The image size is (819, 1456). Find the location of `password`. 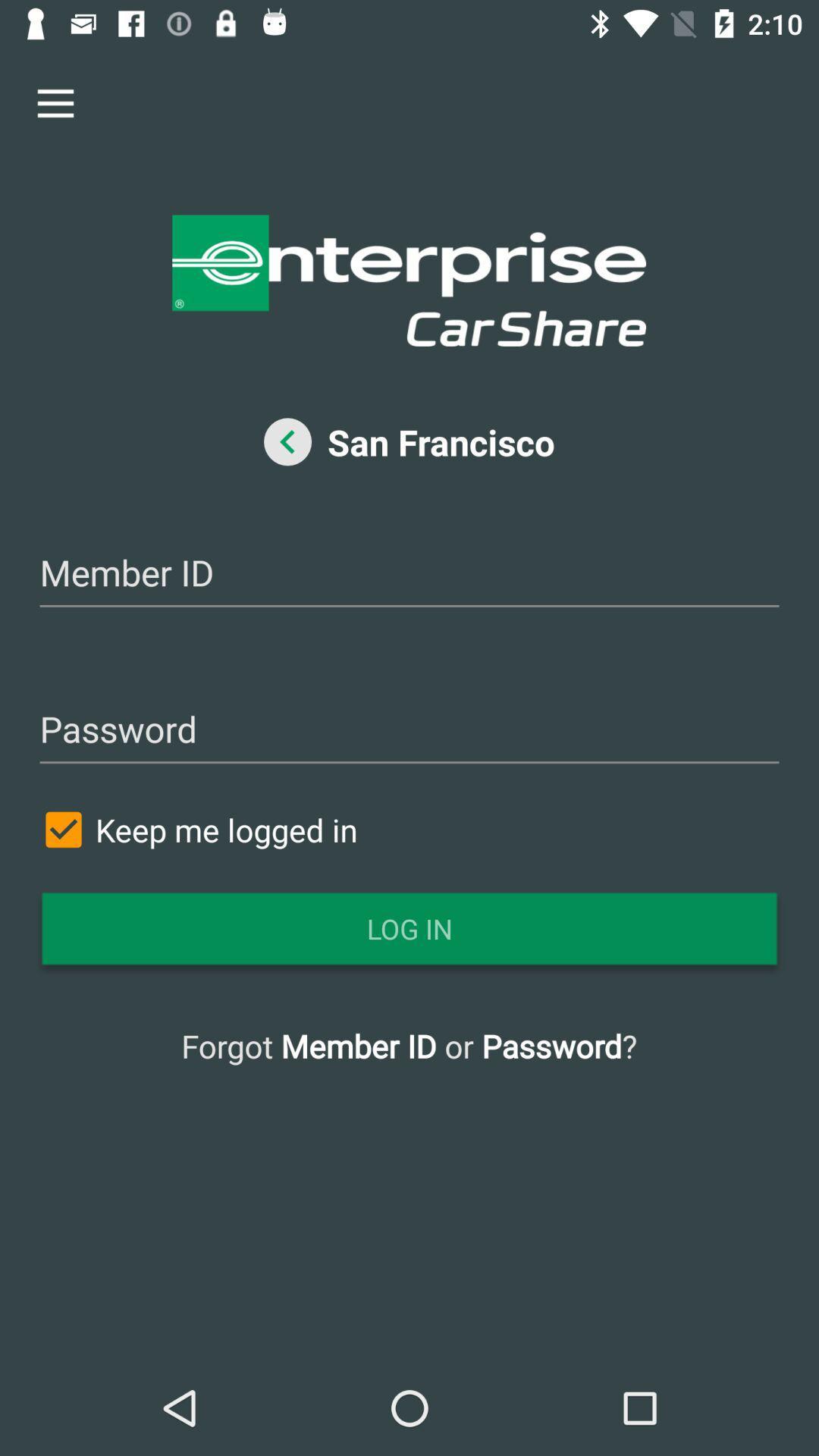

password is located at coordinates (409, 731).